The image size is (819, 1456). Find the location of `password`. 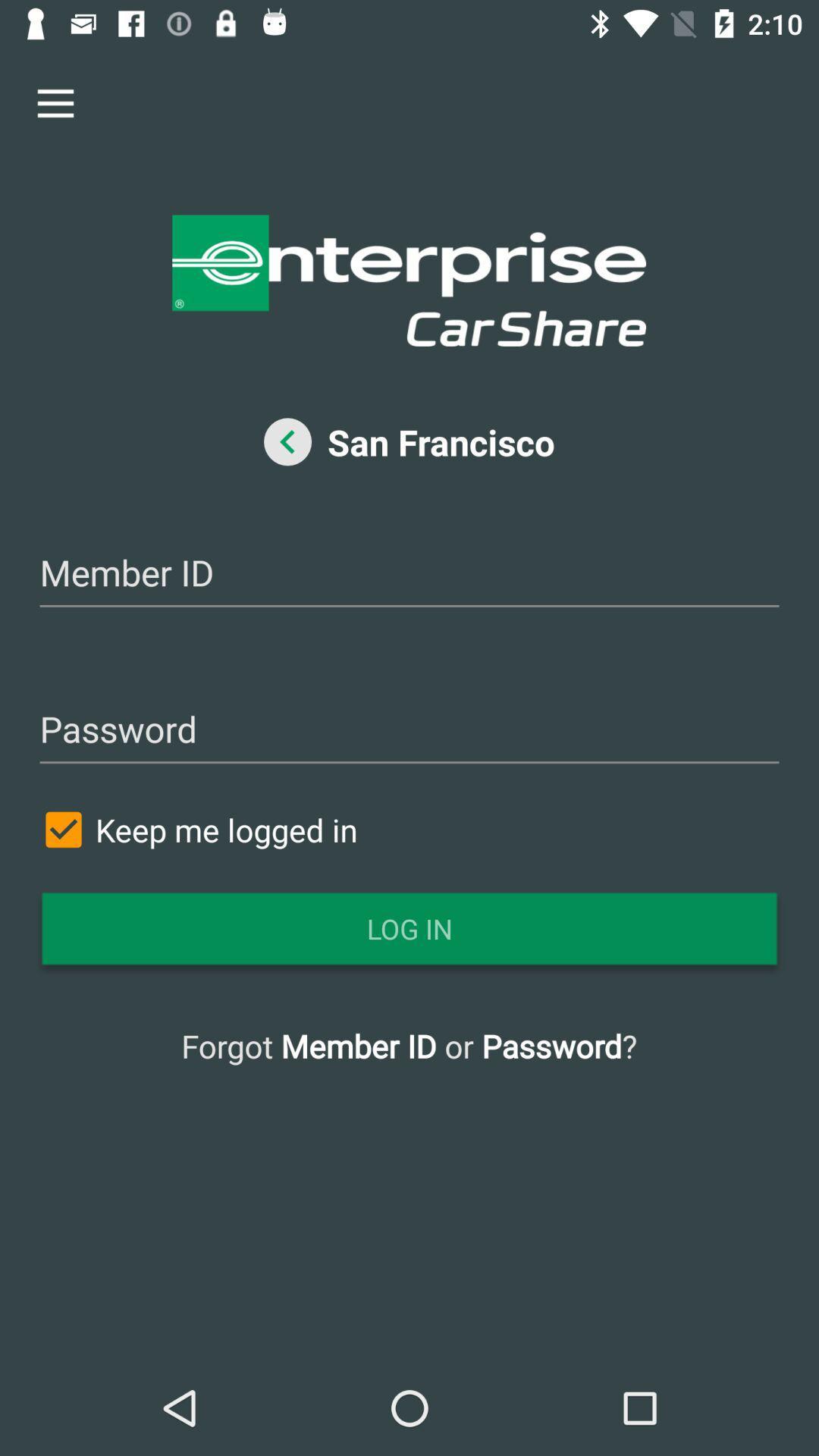

password is located at coordinates (409, 731).